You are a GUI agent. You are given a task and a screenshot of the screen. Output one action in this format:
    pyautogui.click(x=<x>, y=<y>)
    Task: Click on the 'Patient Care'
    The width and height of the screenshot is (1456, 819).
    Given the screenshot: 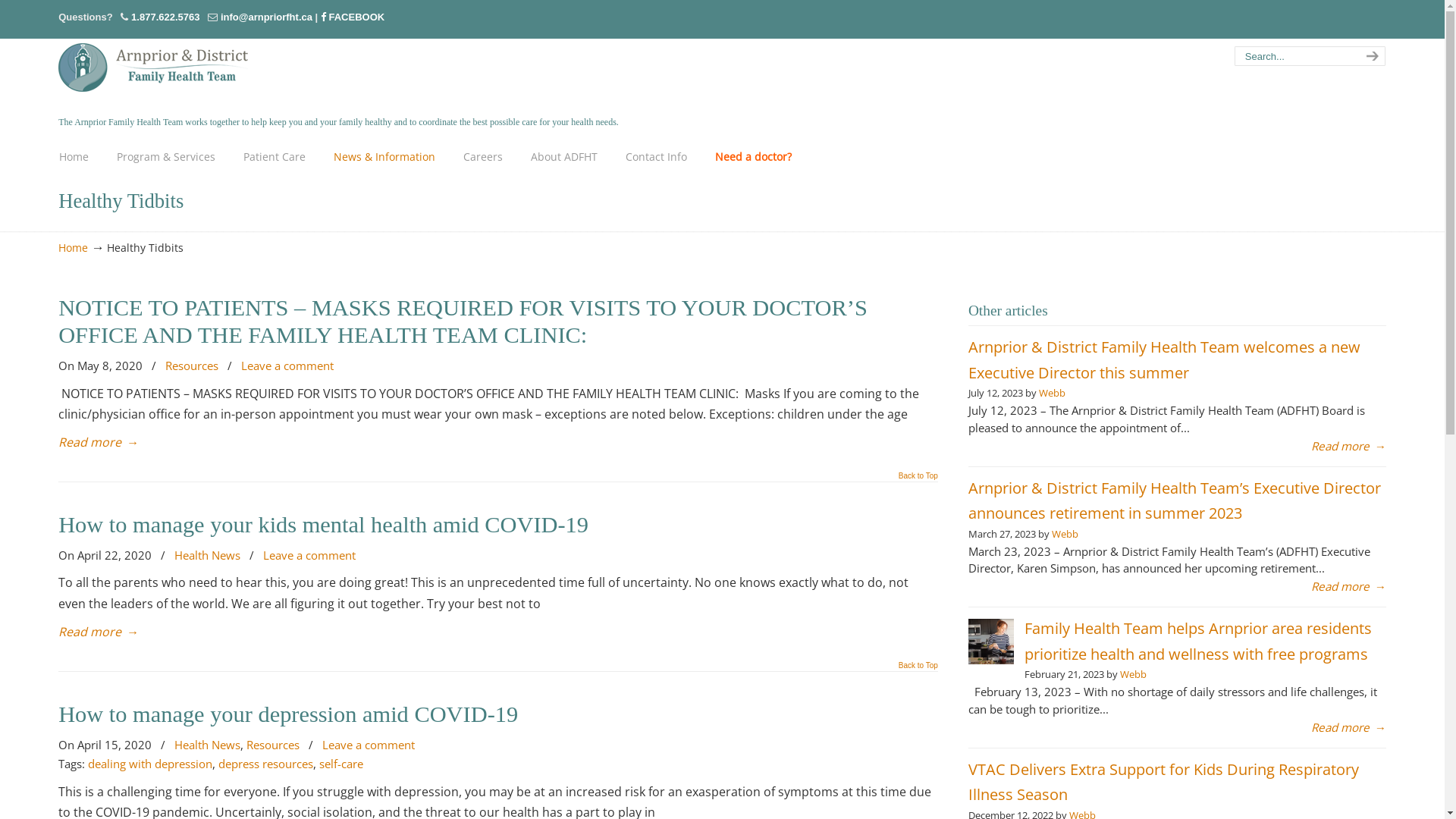 What is the action you would take?
    pyautogui.click(x=227, y=157)
    